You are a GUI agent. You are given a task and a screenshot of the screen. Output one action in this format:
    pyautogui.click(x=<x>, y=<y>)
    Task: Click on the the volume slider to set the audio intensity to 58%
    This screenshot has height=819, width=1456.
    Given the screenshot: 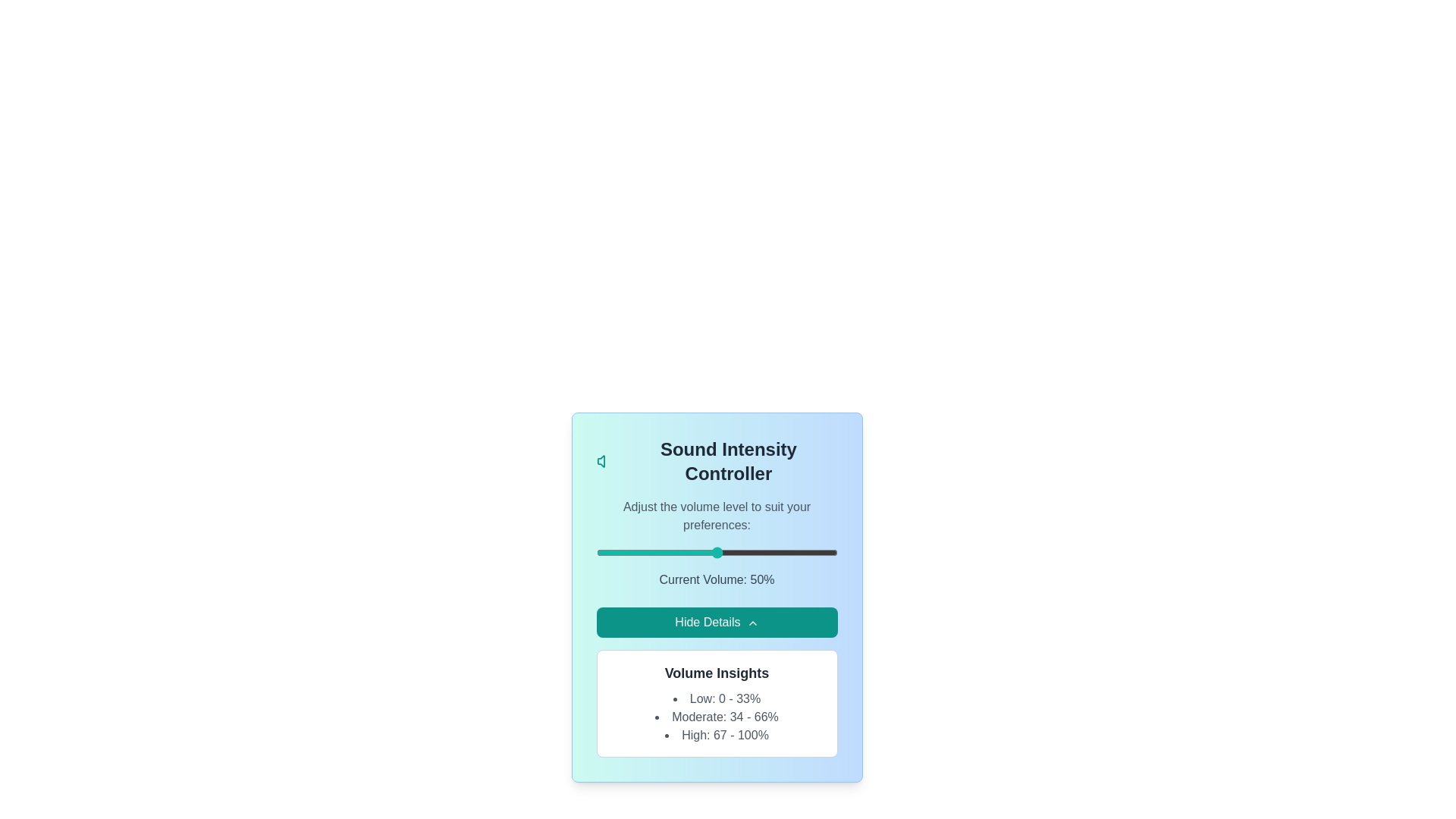 What is the action you would take?
    pyautogui.click(x=736, y=553)
    